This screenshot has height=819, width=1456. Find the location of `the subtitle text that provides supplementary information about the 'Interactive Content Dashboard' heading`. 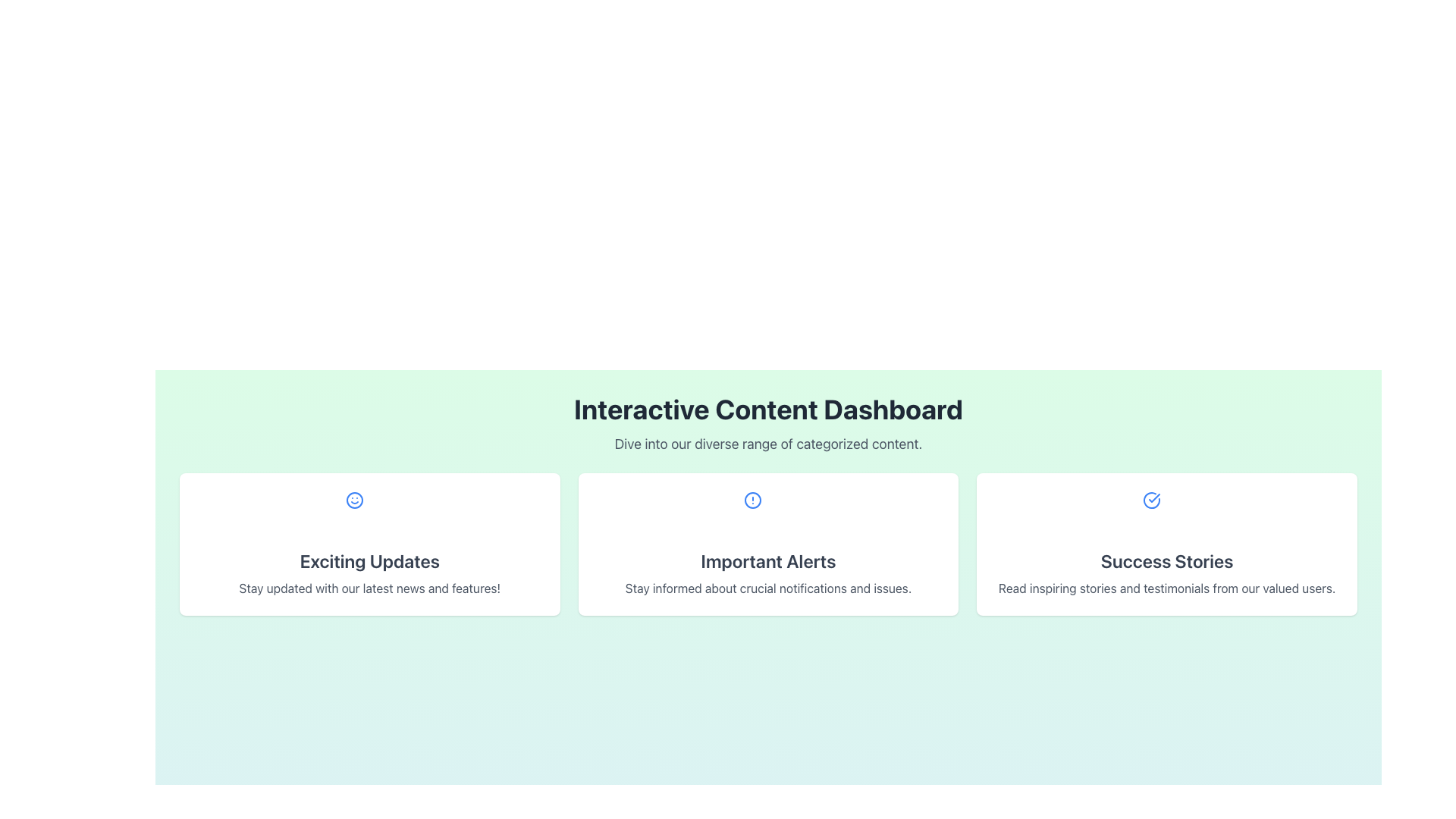

the subtitle text that provides supplementary information about the 'Interactive Content Dashboard' heading is located at coordinates (768, 444).